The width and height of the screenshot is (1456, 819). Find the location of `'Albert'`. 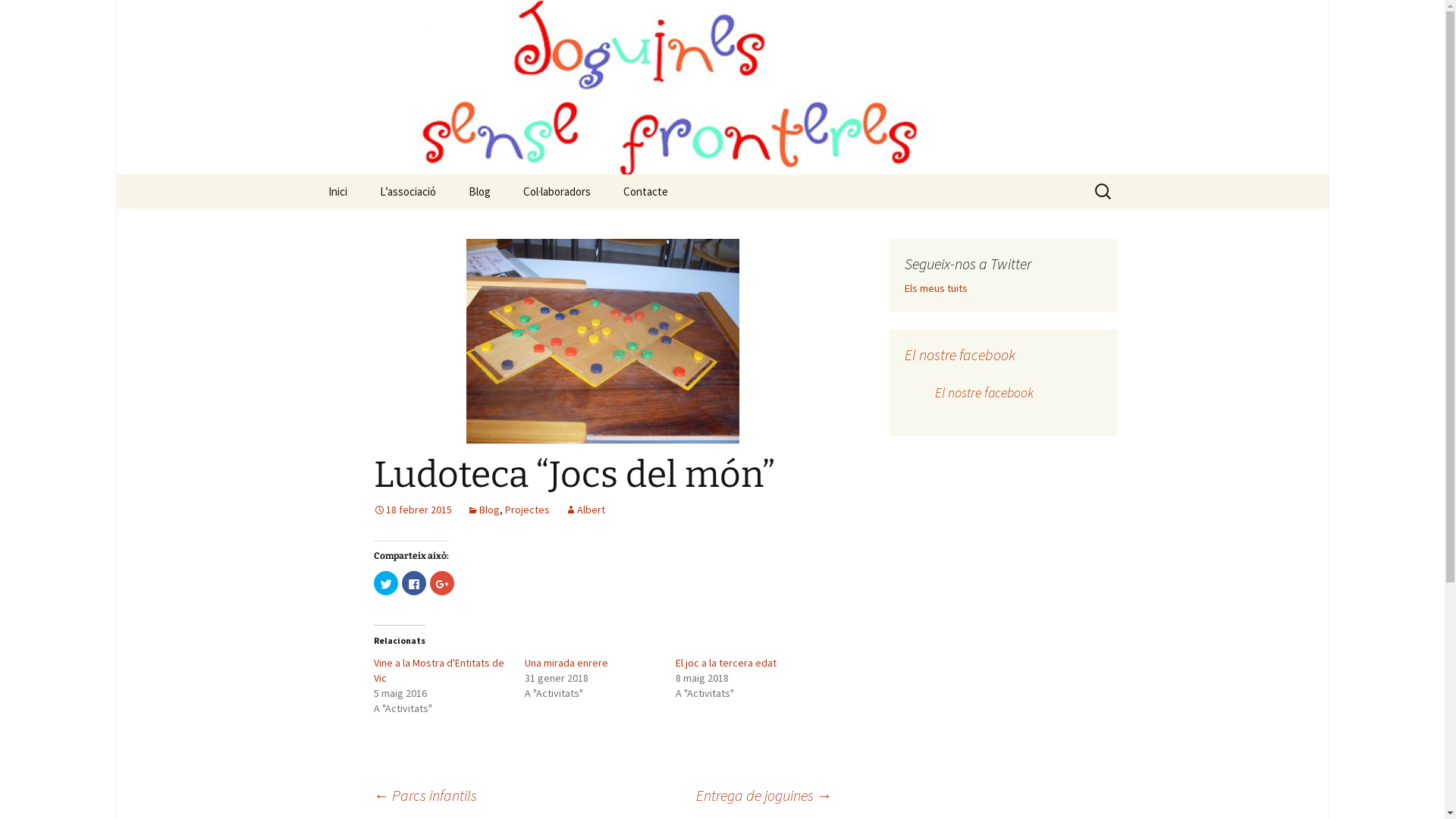

'Albert' is located at coordinates (583, 509).